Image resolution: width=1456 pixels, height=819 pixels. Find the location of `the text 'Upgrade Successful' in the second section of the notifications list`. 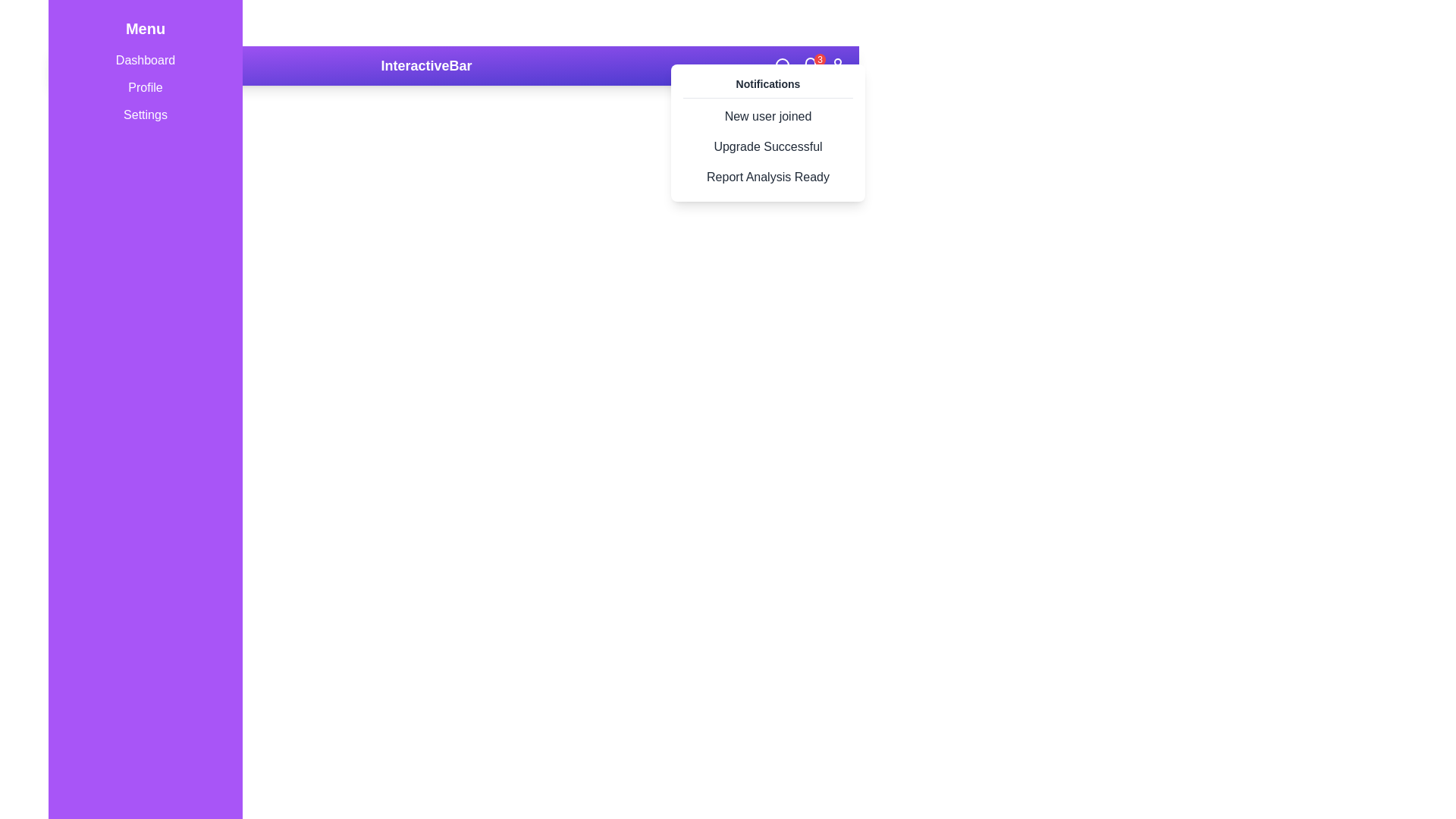

the text 'Upgrade Successful' in the second section of the notifications list is located at coordinates (767, 146).